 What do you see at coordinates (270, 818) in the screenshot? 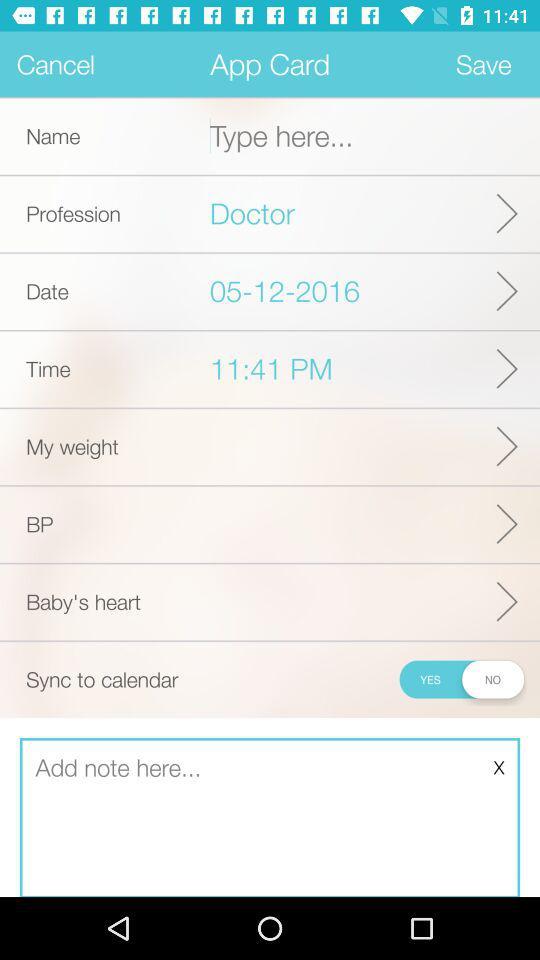
I see `type in the box` at bounding box center [270, 818].